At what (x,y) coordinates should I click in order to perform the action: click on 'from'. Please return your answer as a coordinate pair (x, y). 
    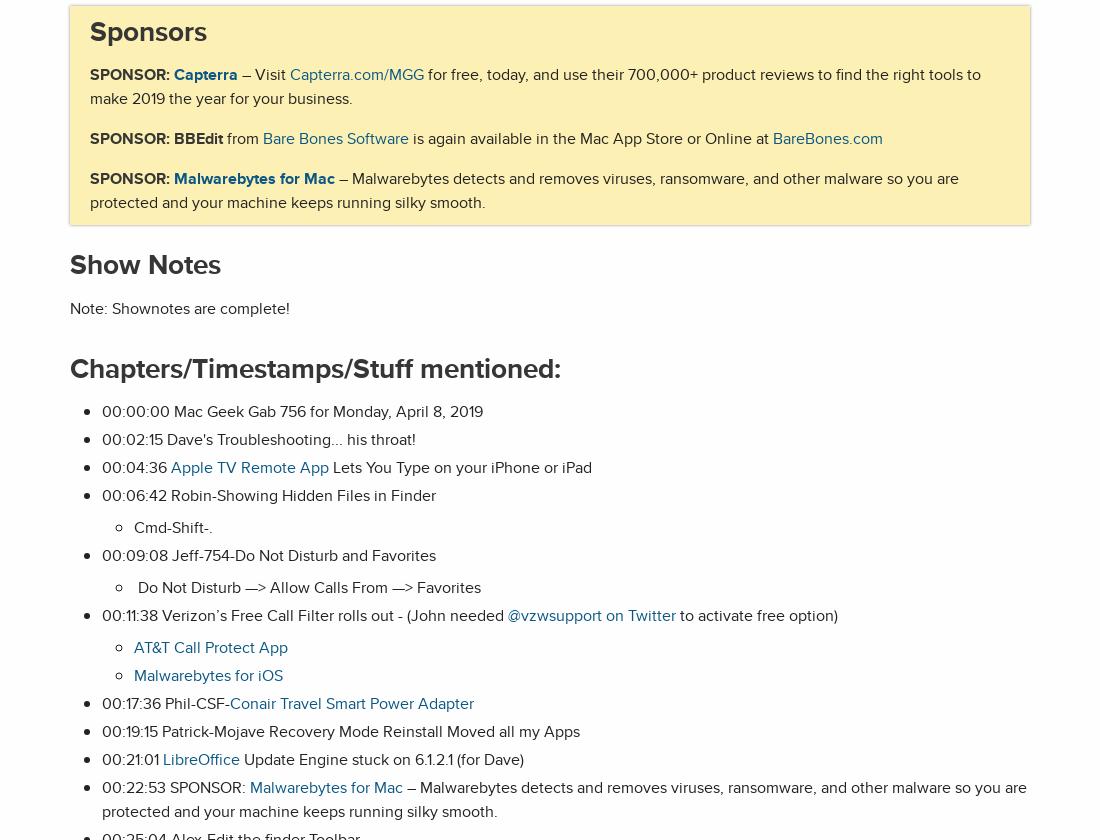
    Looking at the image, I should click on (242, 138).